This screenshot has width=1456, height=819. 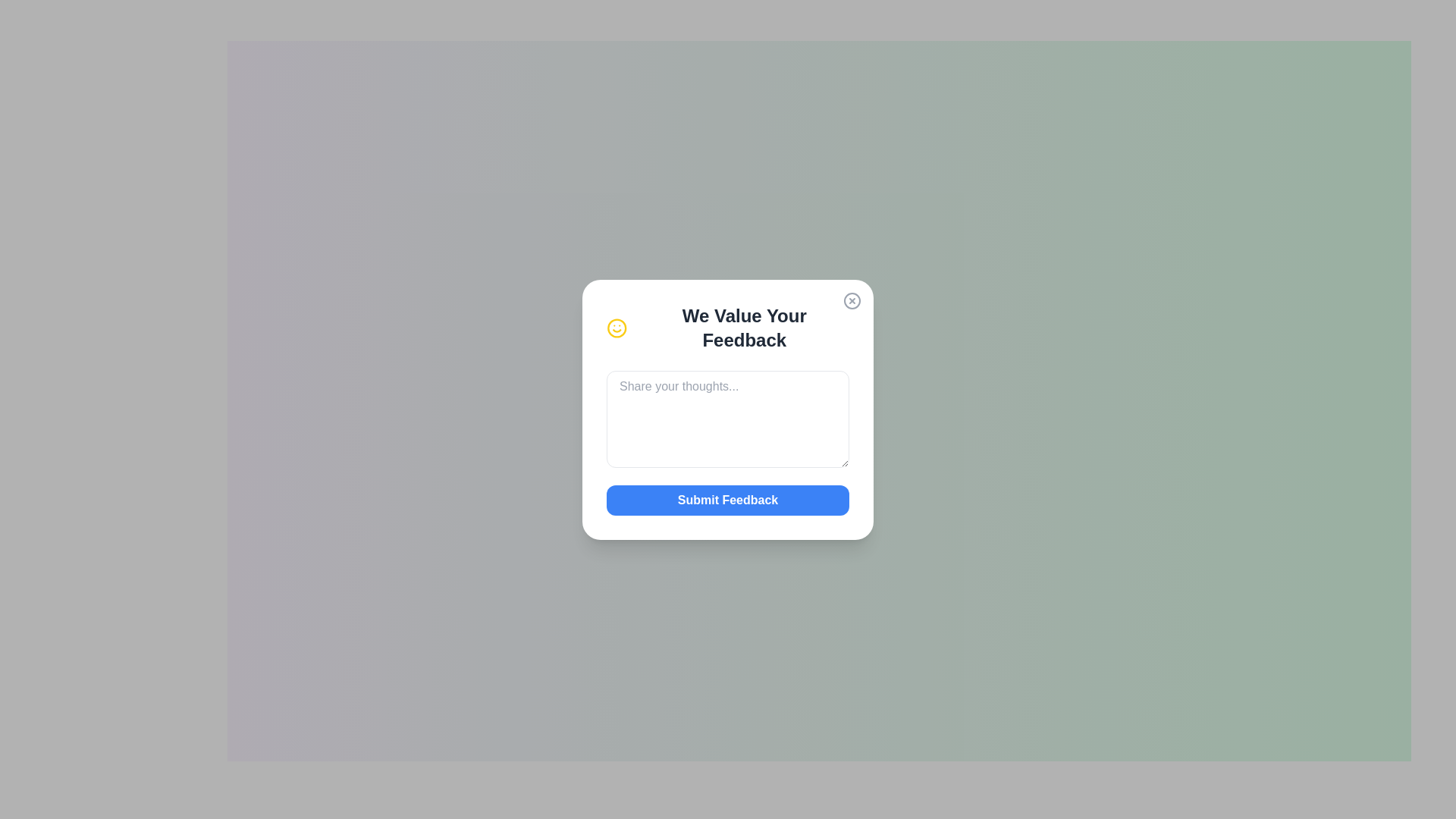 What do you see at coordinates (728, 500) in the screenshot?
I see `the rectangular button with a solid blue background and the text 'Submit Feedback'` at bounding box center [728, 500].